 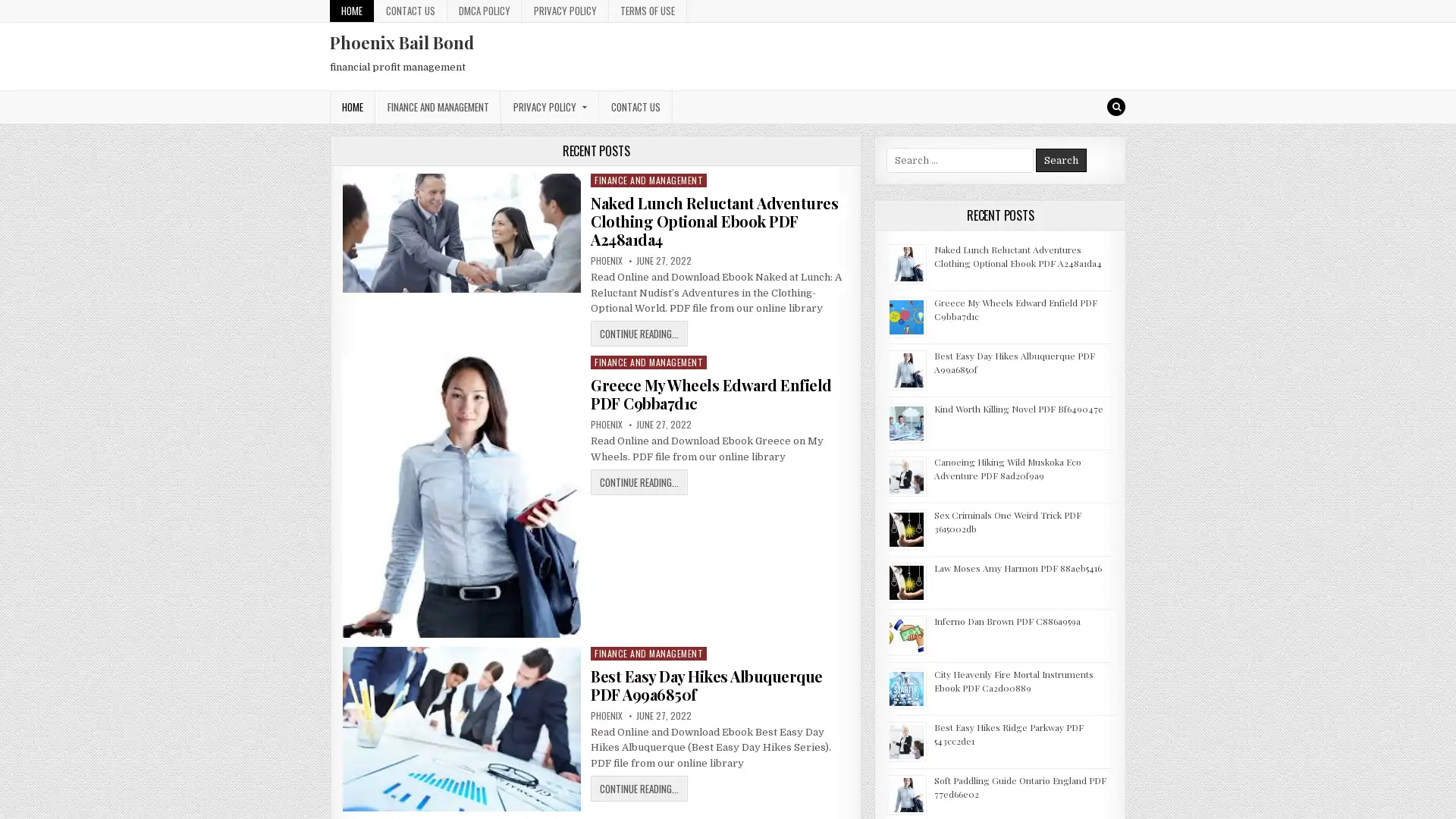 What do you see at coordinates (1060, 160) in the screenshot?
I see `Search` at bounding box center [1060, 160].